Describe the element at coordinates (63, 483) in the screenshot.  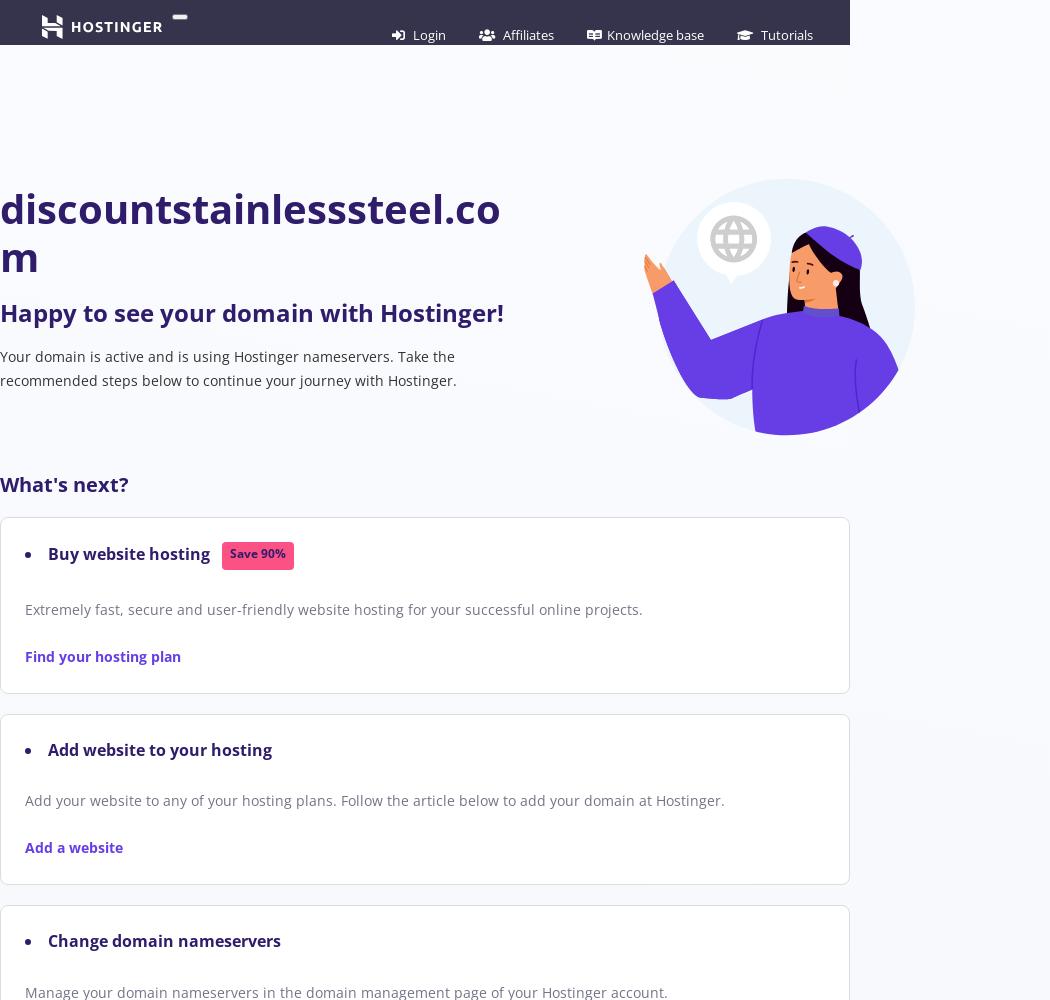
I see `'What's next?'` at that location.